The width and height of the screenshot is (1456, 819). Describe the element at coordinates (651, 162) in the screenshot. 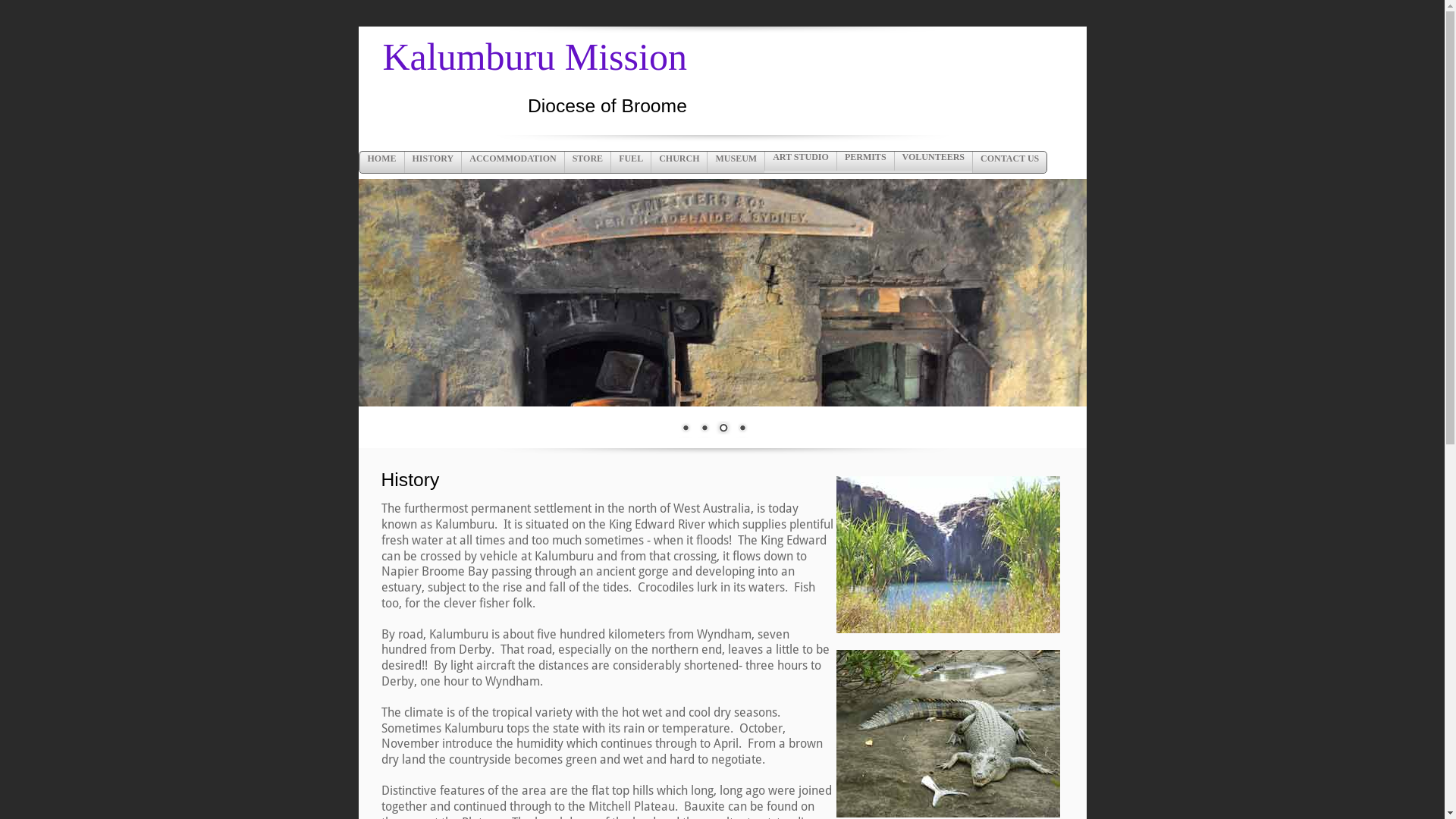

I see `'CHURCH'` at that location.